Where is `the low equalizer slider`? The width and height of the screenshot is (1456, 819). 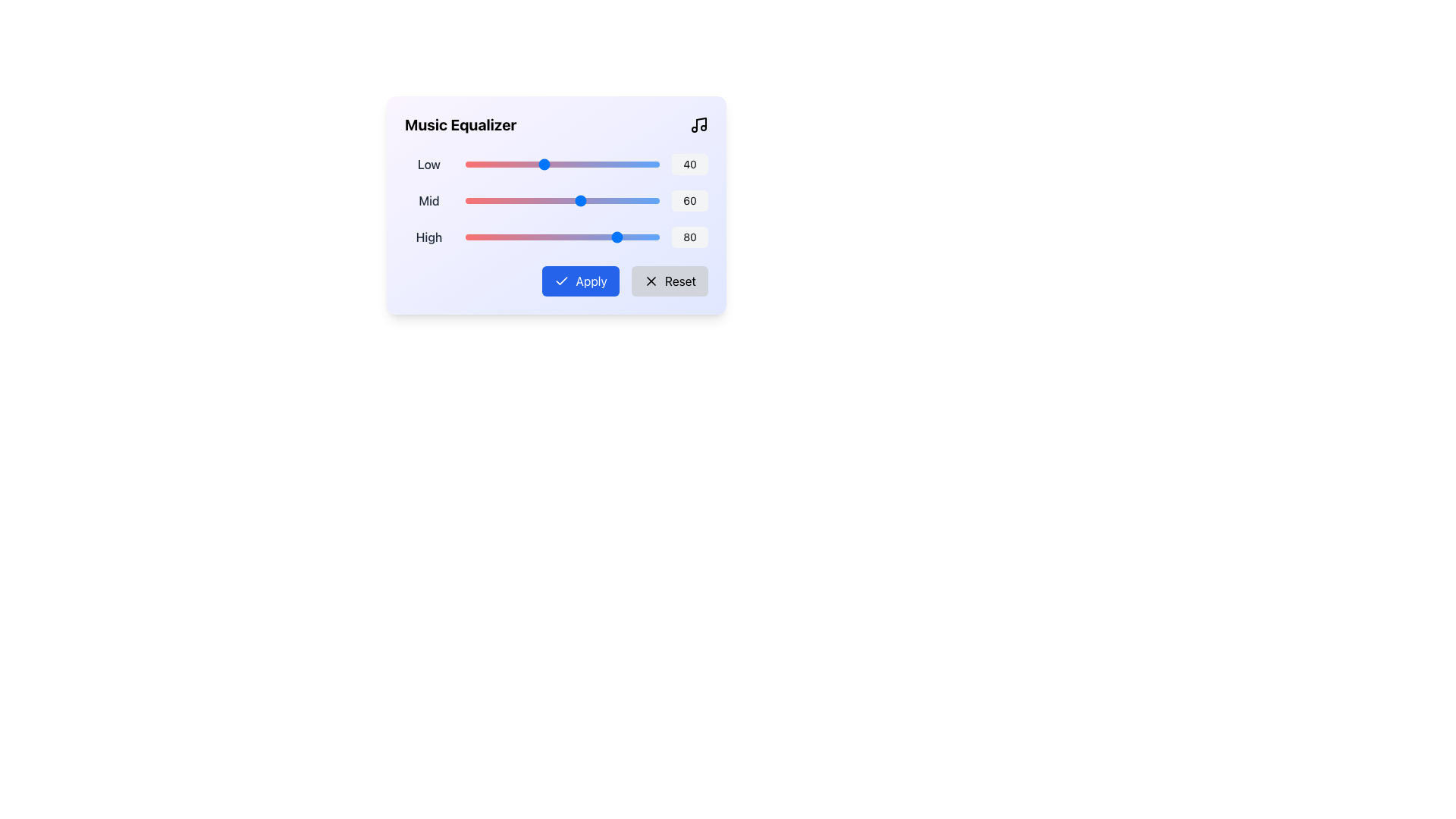 the low equalizer slider is located at coordinates (597, 164).